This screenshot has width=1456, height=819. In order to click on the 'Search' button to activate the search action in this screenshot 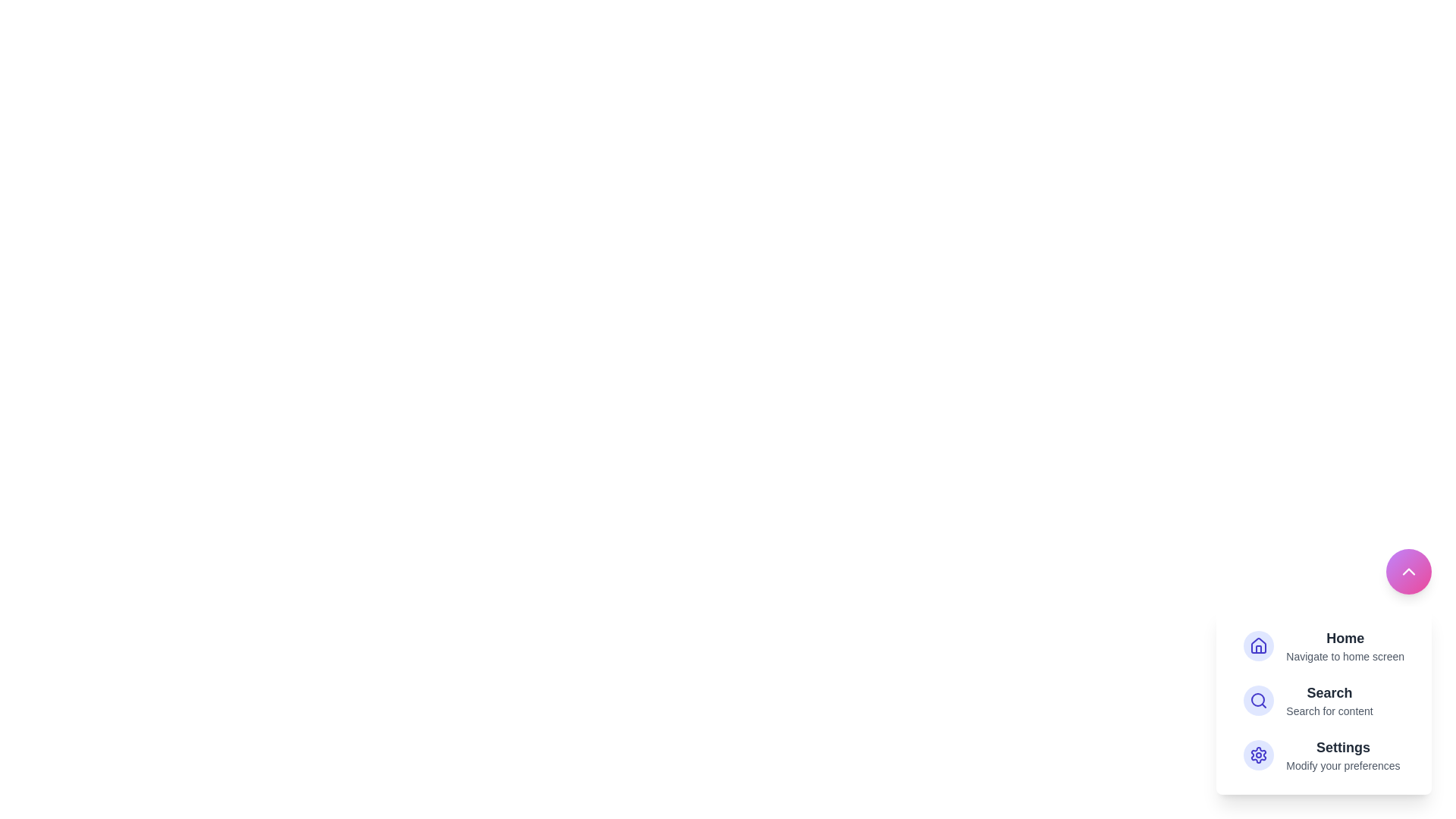, I will do `click(1323, 701)`.